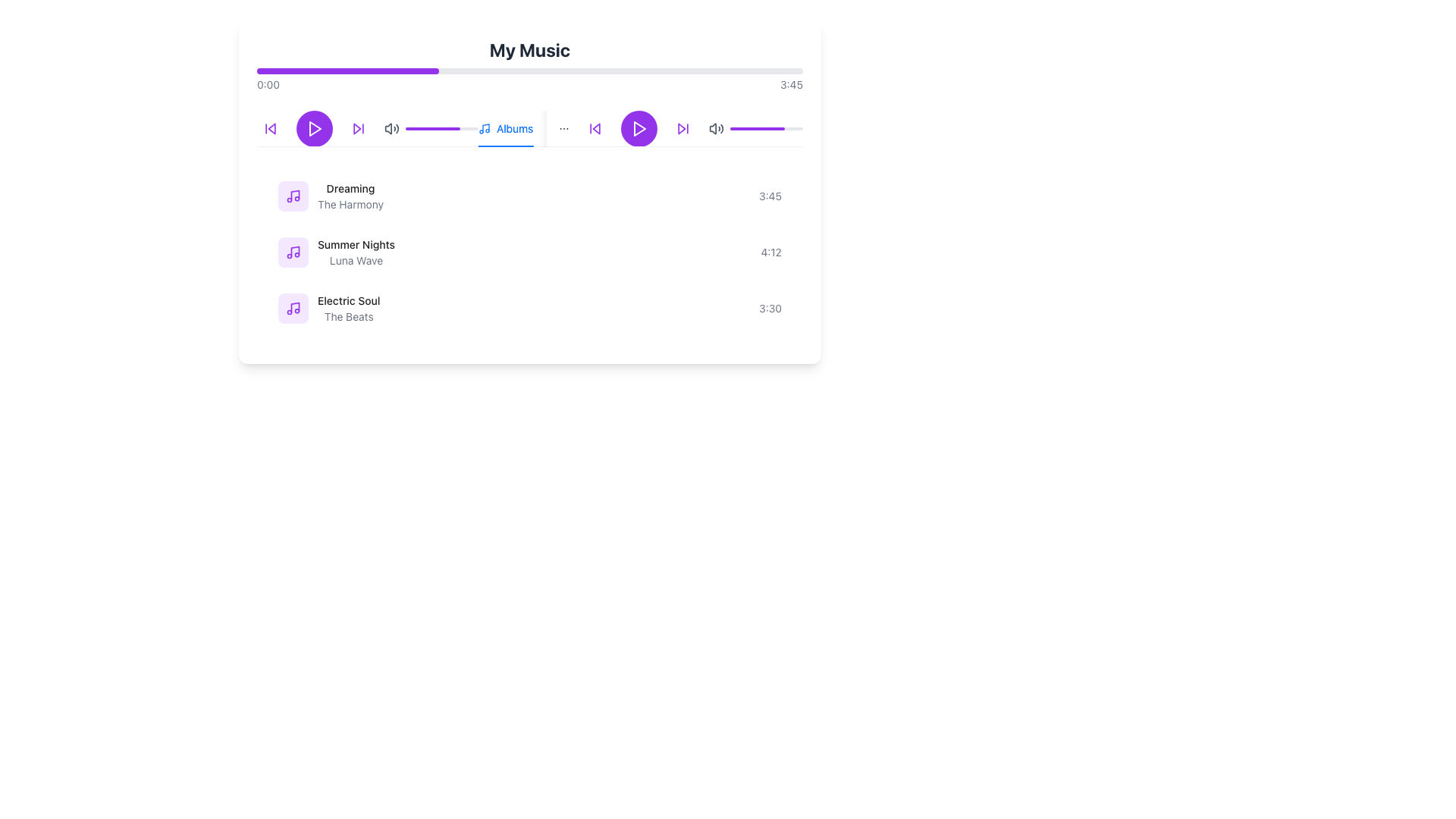 The image size is (1456, 819). Describe the element at coordinates (330, 195) in the screenshot. I see `the label representing the music track titled 'Dreaming' by 'The Harmony'` at that location.